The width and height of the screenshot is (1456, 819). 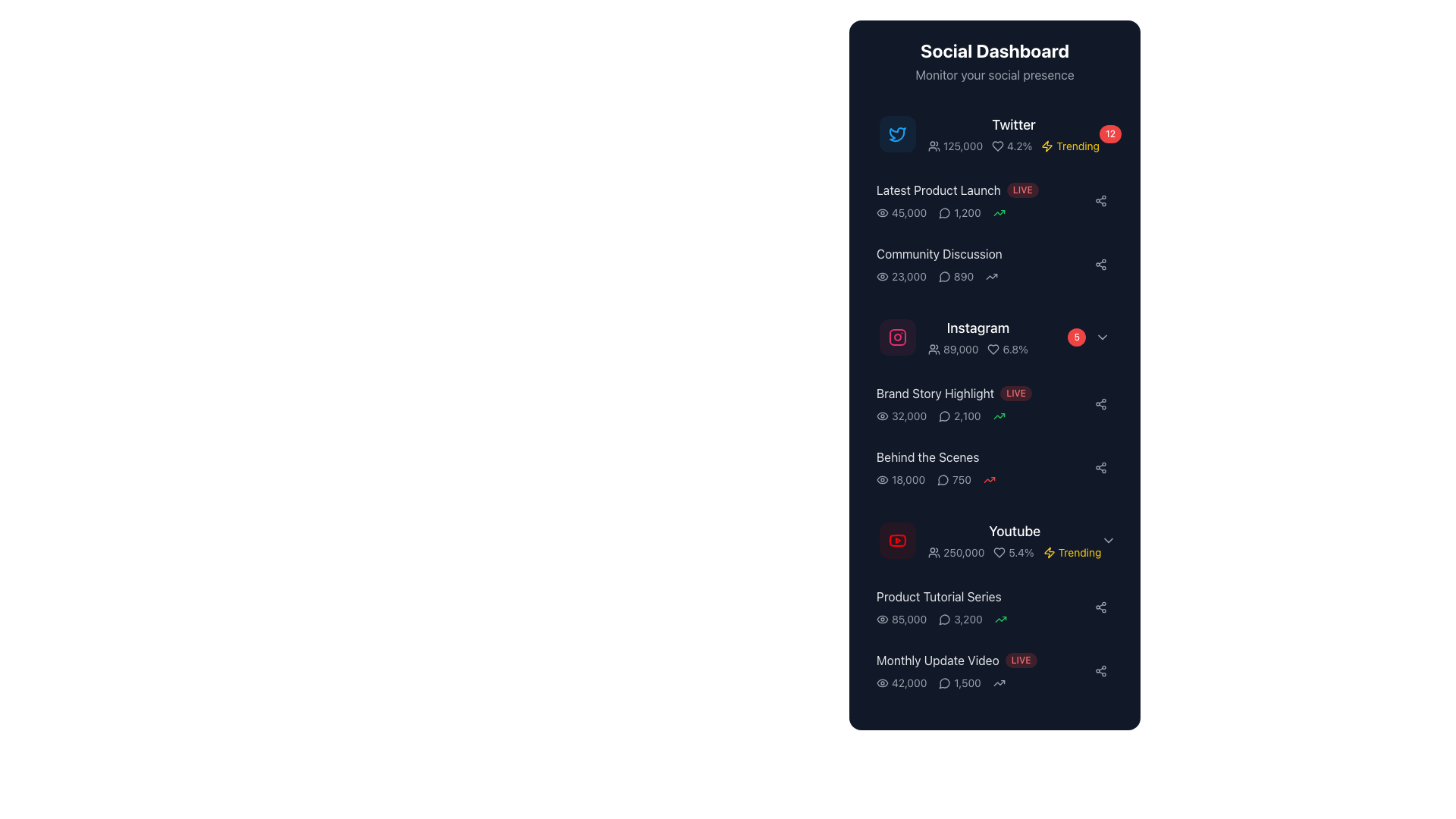 What do you see at coordinates (1103, 336) in the screenshot?
I see `the rightward chevron arrow icon, which is styled in light gray and located next to a red badge displaying '5' in the Instagram section of the dashboard` at bounding box center [1103, 336].